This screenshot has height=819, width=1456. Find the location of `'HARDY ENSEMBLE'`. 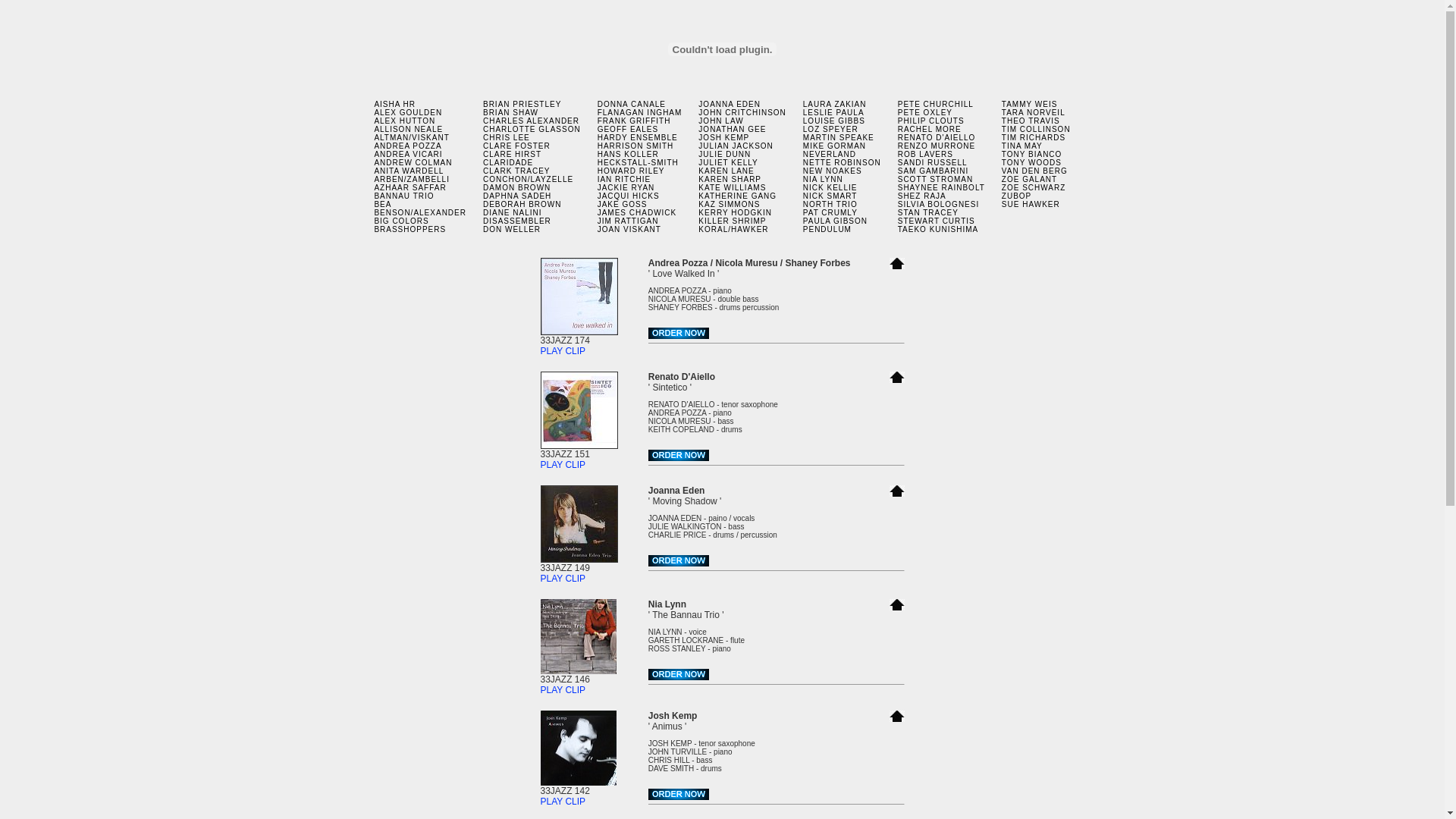

'HARDY ENSEMBLE' is located at coordinates (596, 137).